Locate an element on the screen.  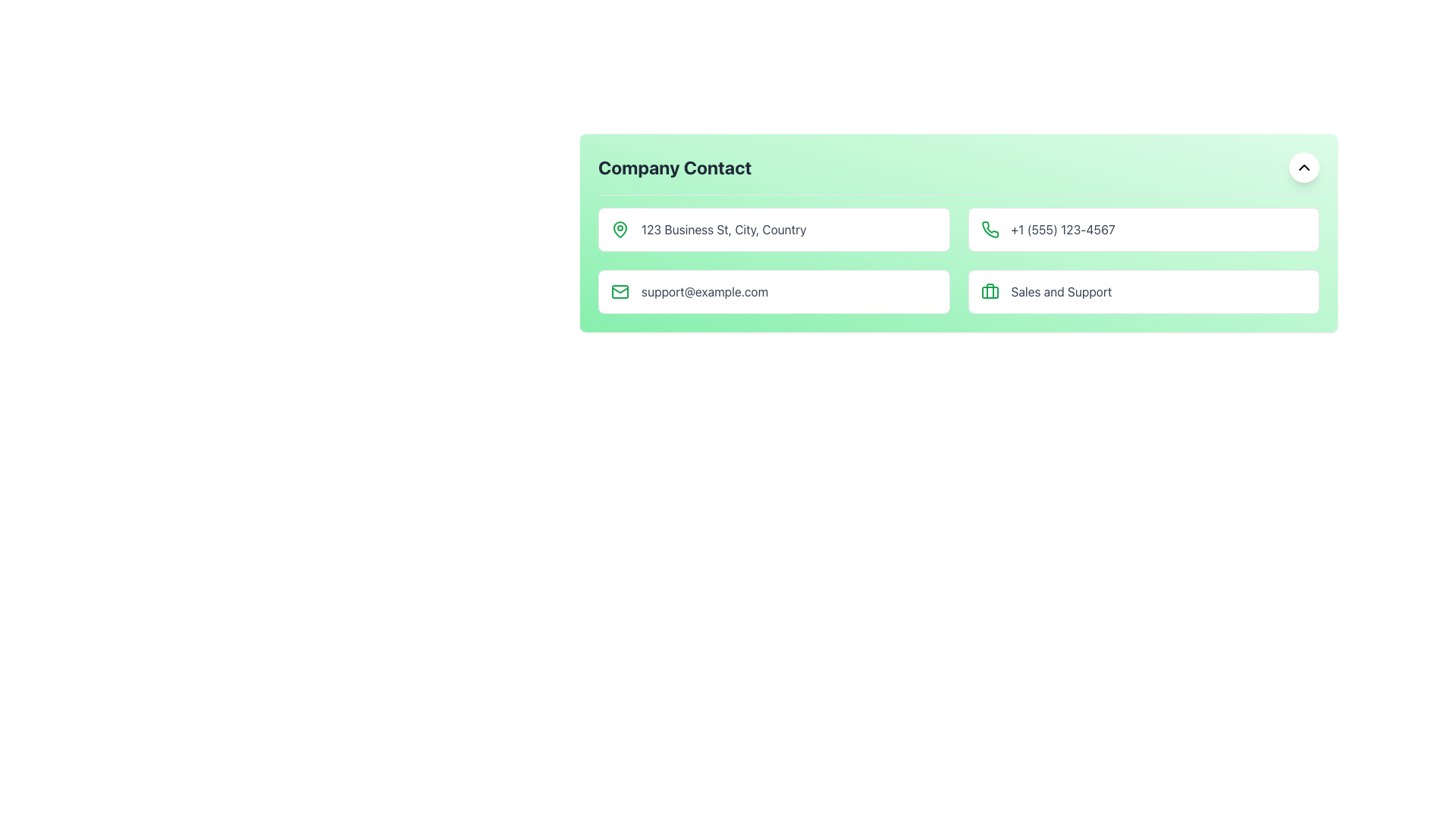
the email icon that visually represents the email address 'support@example.com' in the 'Company Contact' section, which is the leftmost element of the second row is located at coordinates (620, 292).